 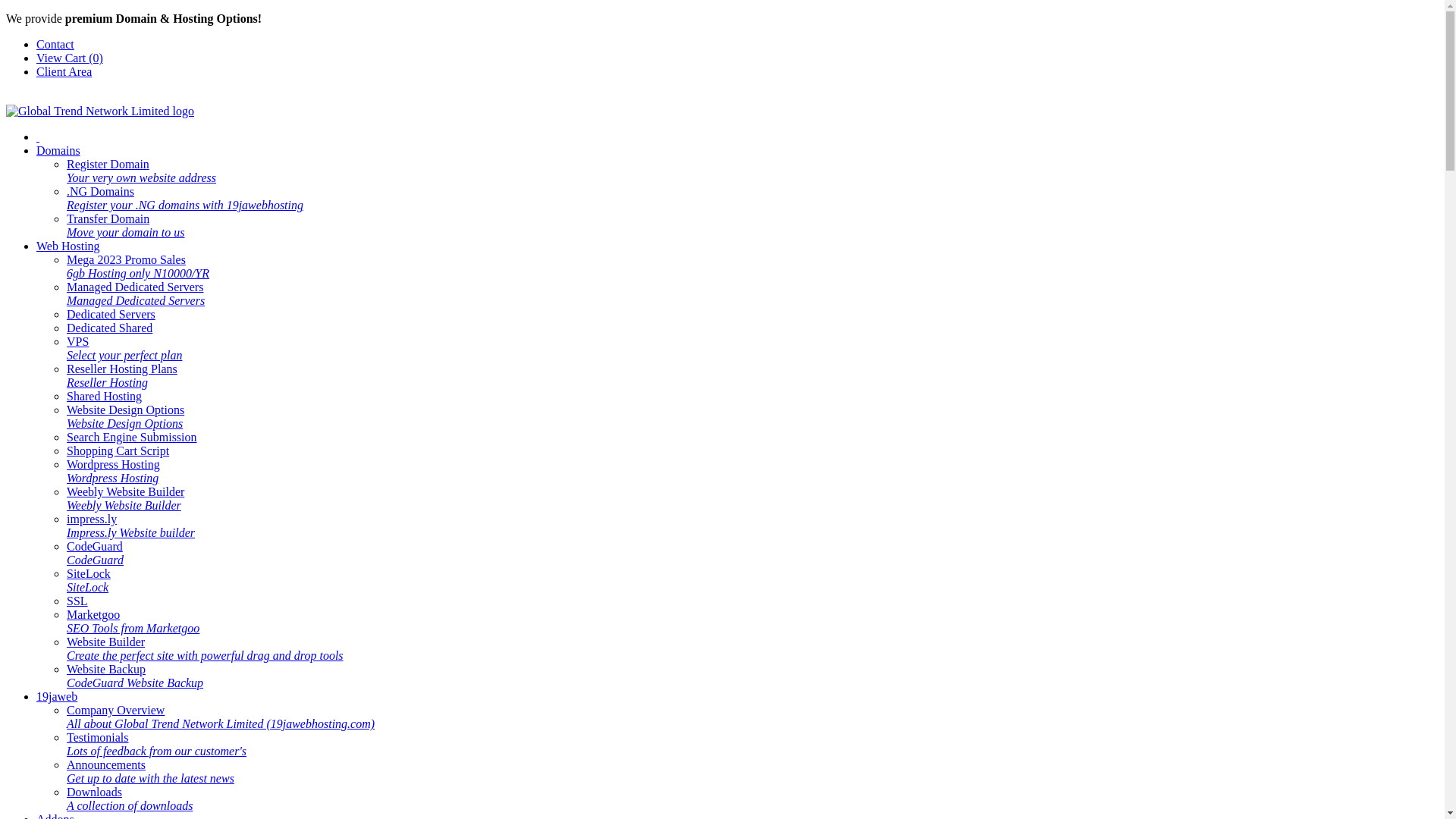 What do you see at coordinates (94, 553) in the screenshot?
I see `'CodeGuard` at bounding box center [94, 553].